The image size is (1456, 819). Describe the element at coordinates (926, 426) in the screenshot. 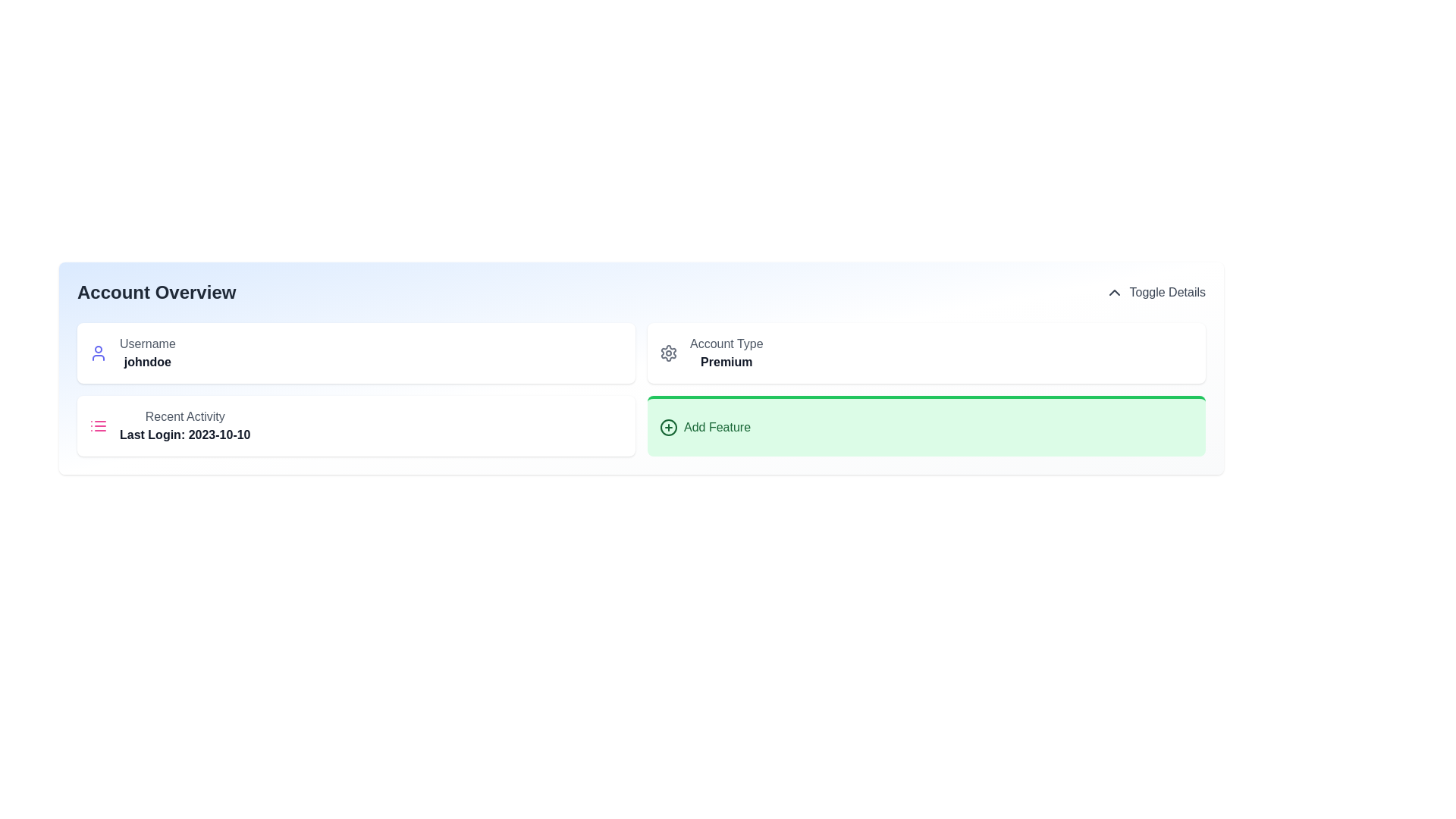

I see `the 'Add Feature' button located in the lower right section of the 'Account Overview' layout for keyboard interaction` at that location.